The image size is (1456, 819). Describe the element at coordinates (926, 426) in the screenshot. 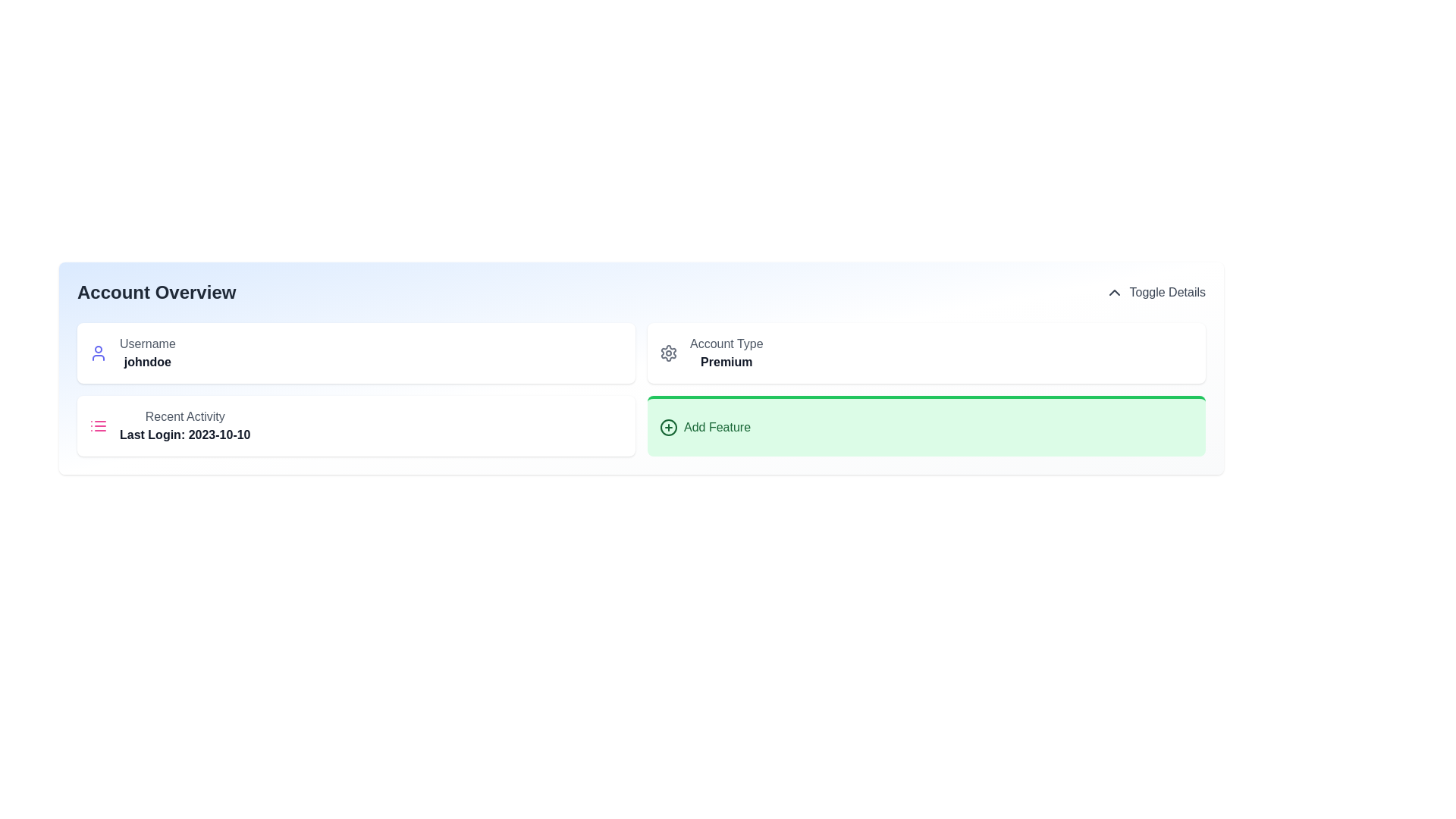

I see `the 'Add Feature' button located in the lower right section of the 'Account Overview' layout for keyboard interaction` at that location.